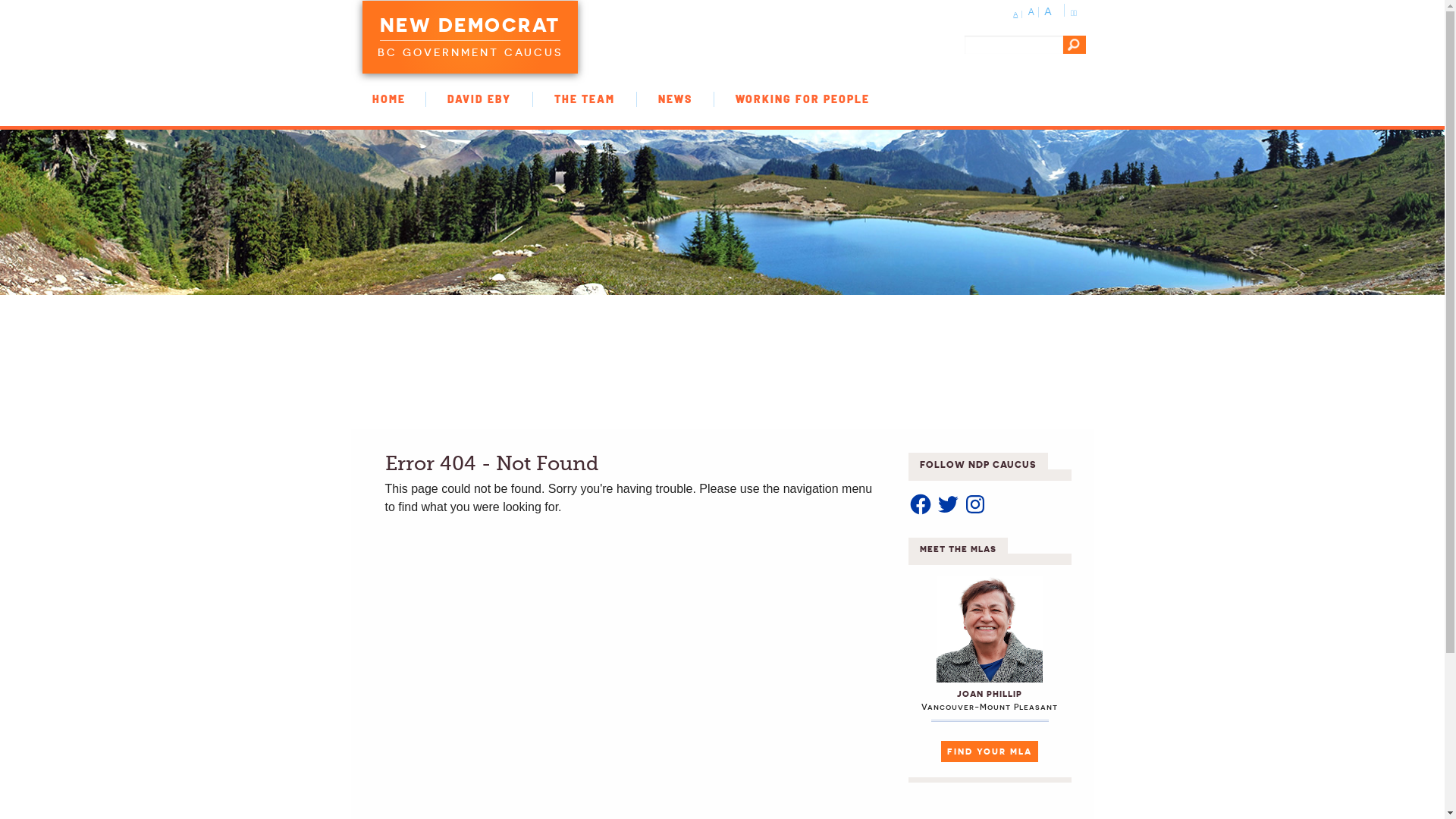 The image size is (1456, 819). I want to click on 'NEW DEMOCRAT', so click(469, 27).